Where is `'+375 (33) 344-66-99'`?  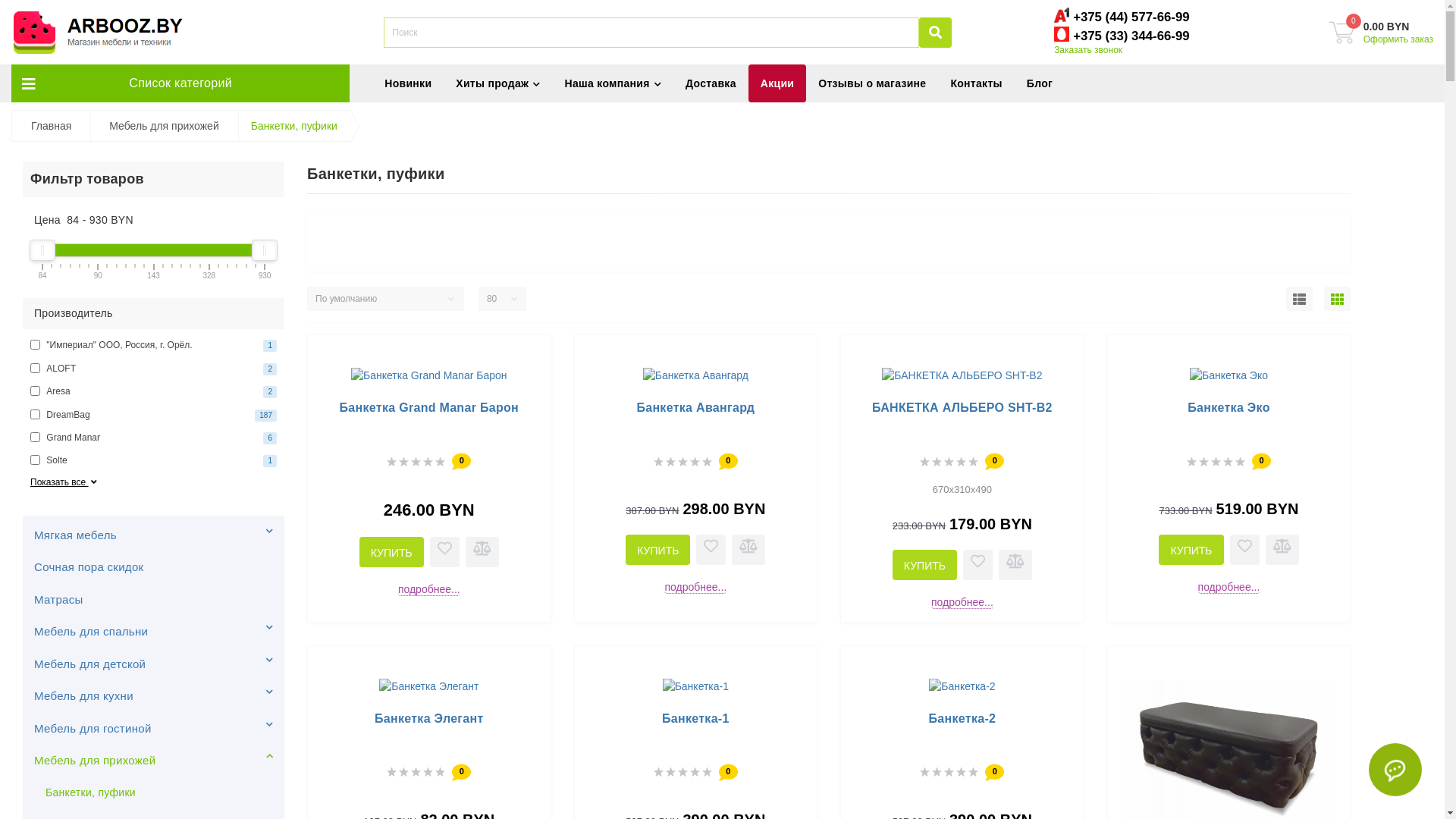 '+375 (33) 344-66-99' is located at coordinates (1131, 35).